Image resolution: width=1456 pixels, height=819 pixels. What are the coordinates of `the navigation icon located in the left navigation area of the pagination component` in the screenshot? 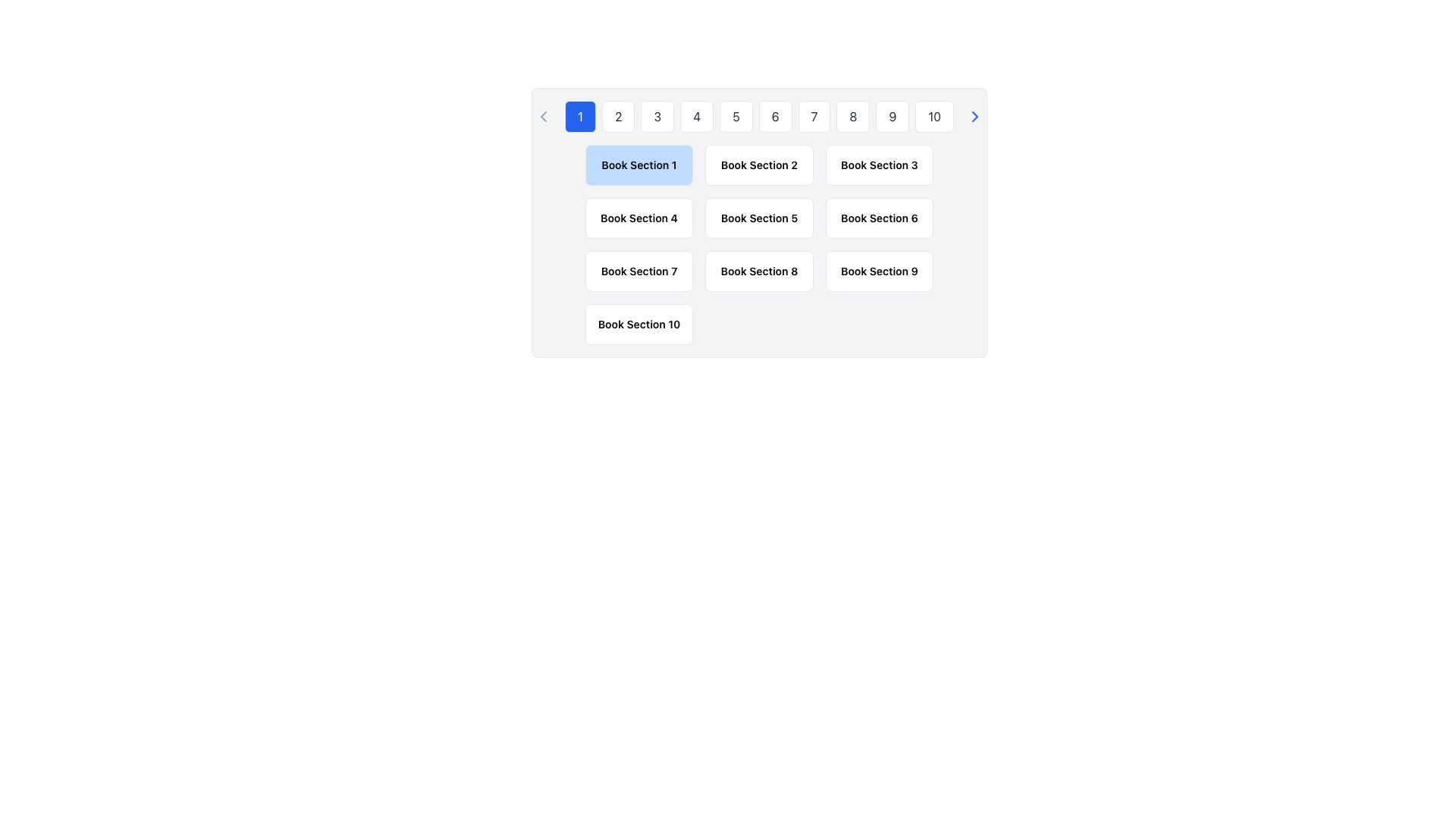 It's located at (543, 116).